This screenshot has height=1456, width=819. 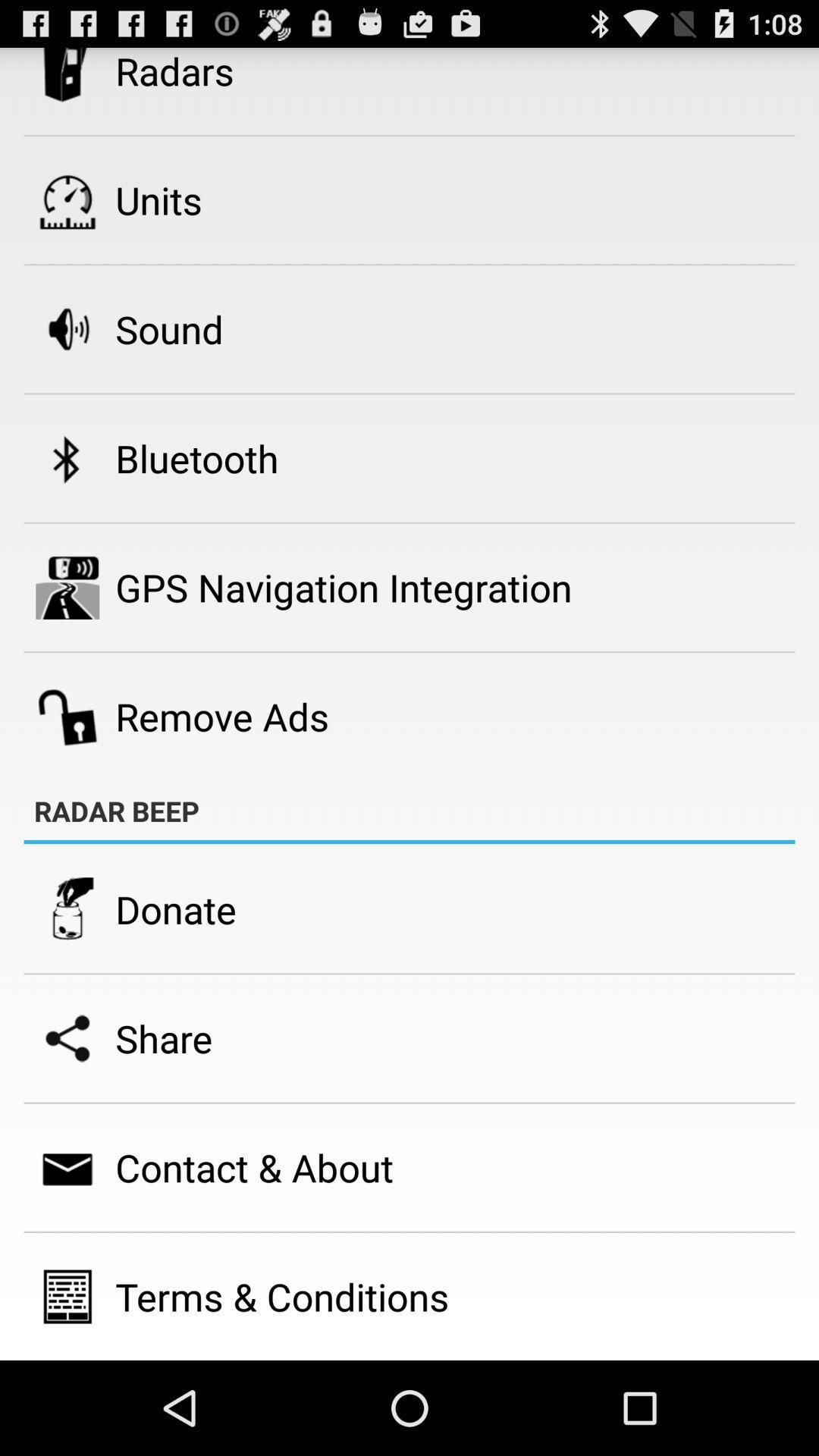 What do you see at coordinates (164, 1037) in the screenshot?
I see `the icon below donate` at bounding box center [164, 1037].